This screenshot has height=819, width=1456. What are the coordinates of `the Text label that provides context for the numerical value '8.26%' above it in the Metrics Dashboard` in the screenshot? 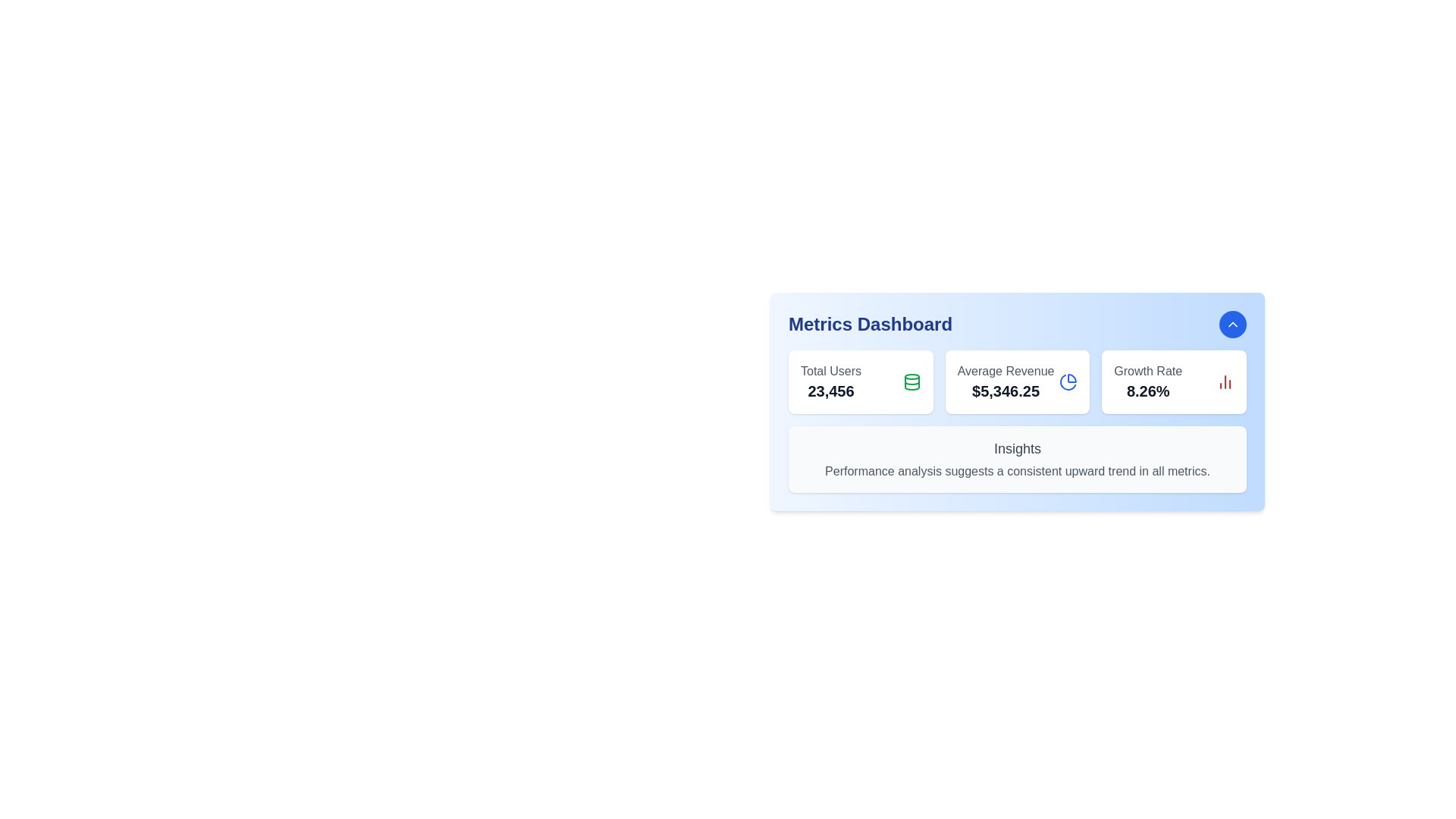 It's located at (1148, 371).